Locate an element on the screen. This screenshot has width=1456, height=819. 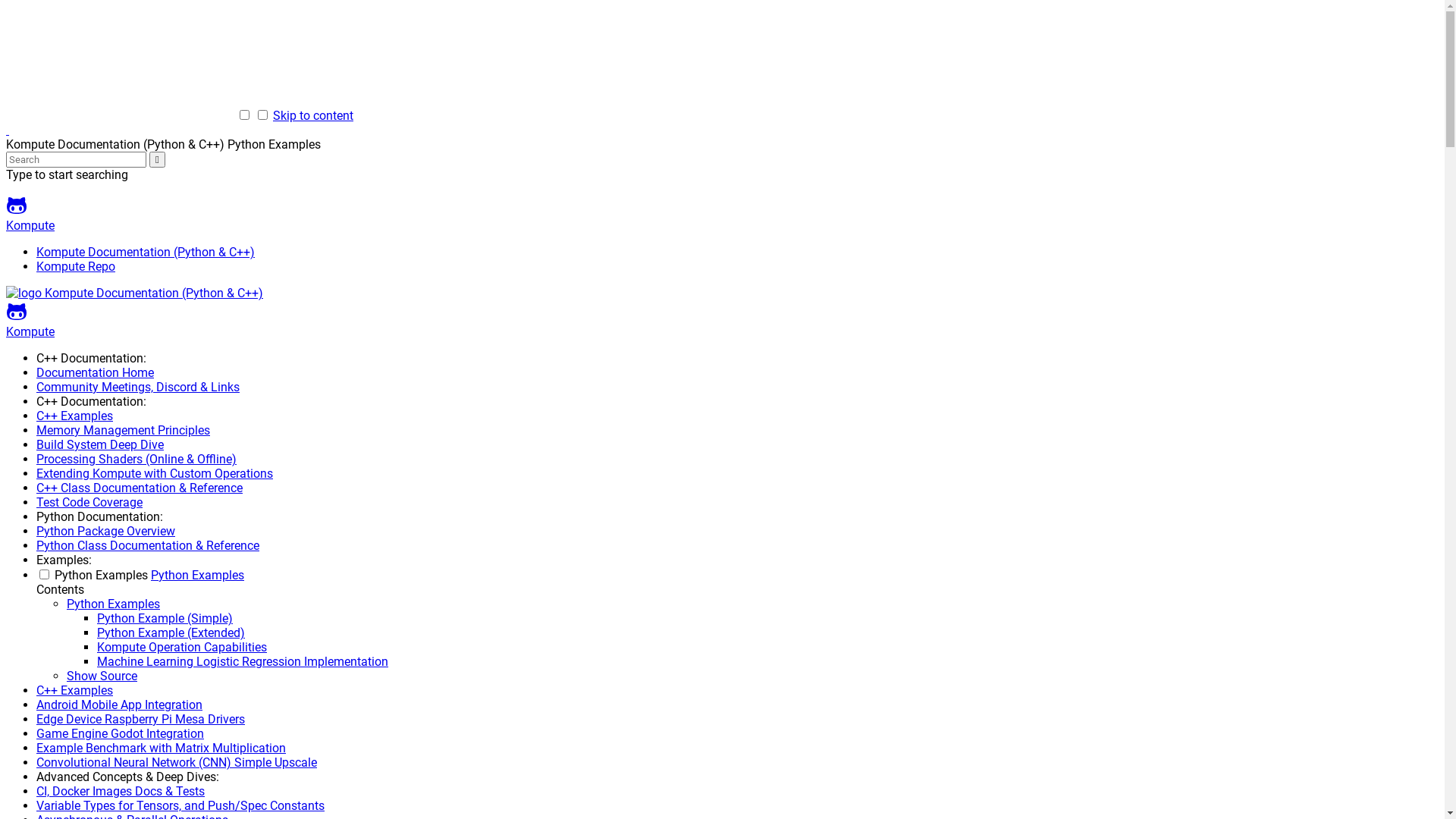
'Kompute Documentation (Python & C++)' is located at coordinates (7, 129).